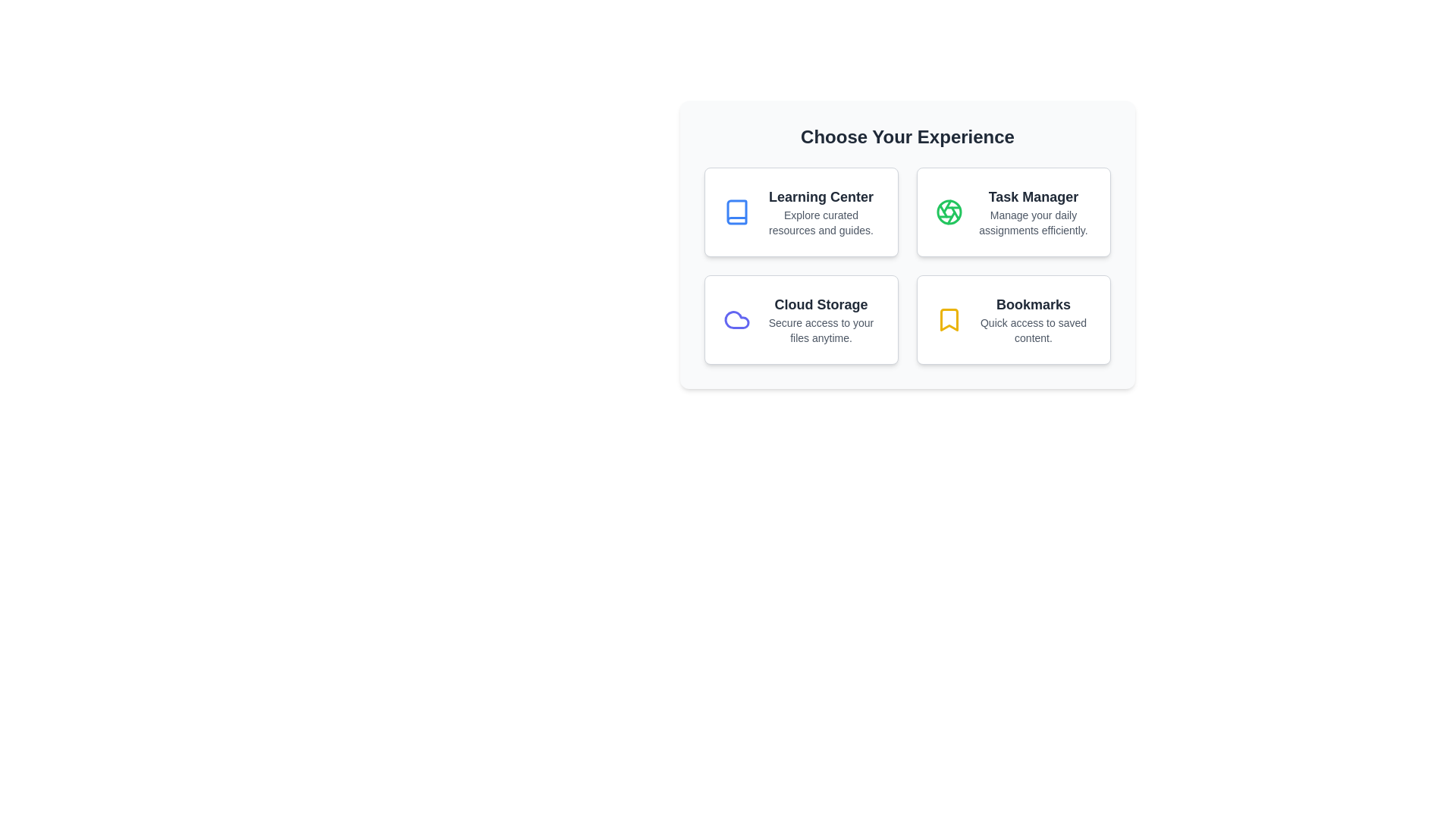  I want to click on the header text displaying 'Choose Your Experience', which is centrally aligned at the top of the section in a bold large font style, so click(907, 137).